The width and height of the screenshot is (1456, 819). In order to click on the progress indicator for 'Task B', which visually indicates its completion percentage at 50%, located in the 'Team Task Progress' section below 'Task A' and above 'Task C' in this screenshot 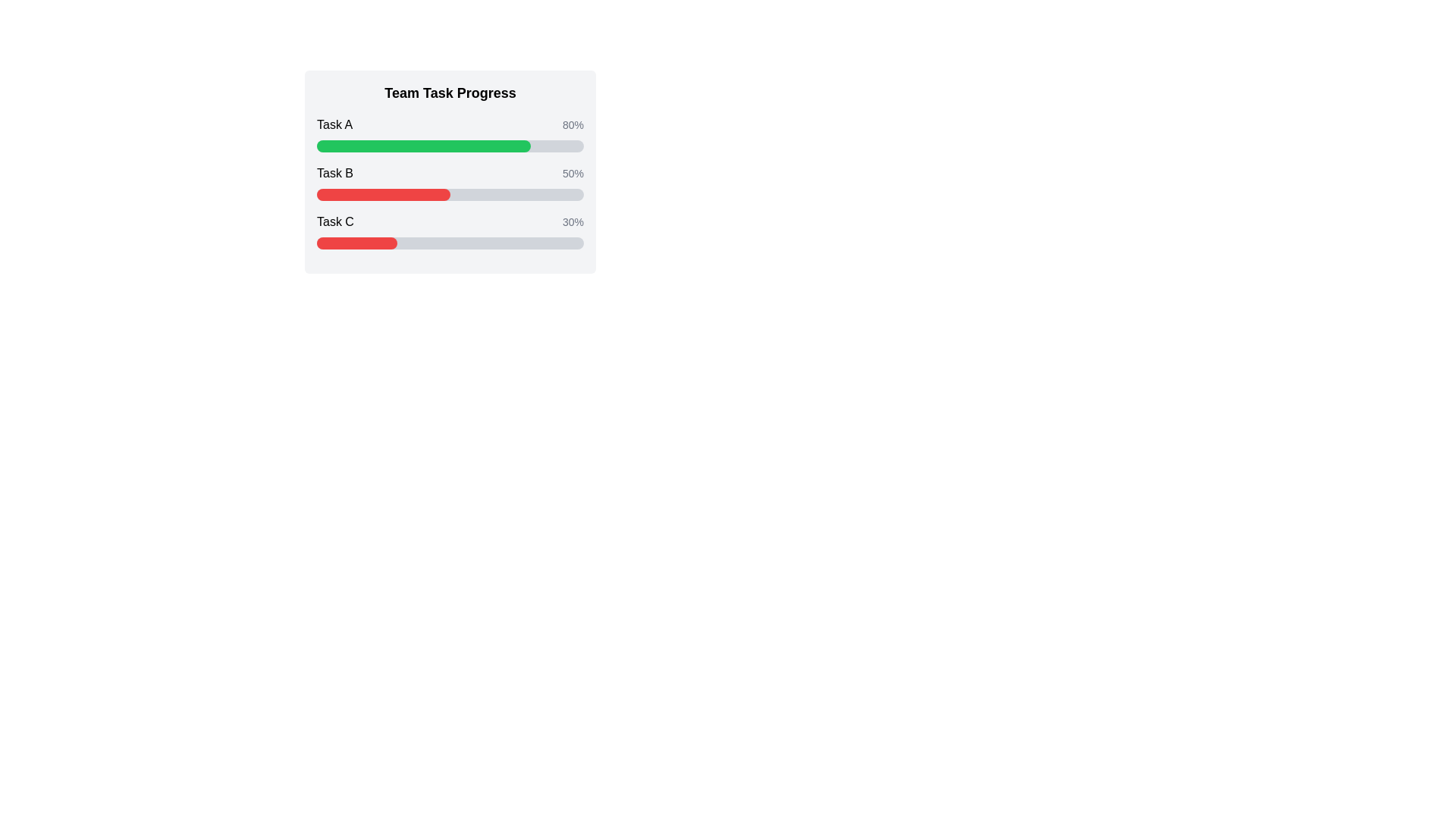, I will do `click(450, 172)`.